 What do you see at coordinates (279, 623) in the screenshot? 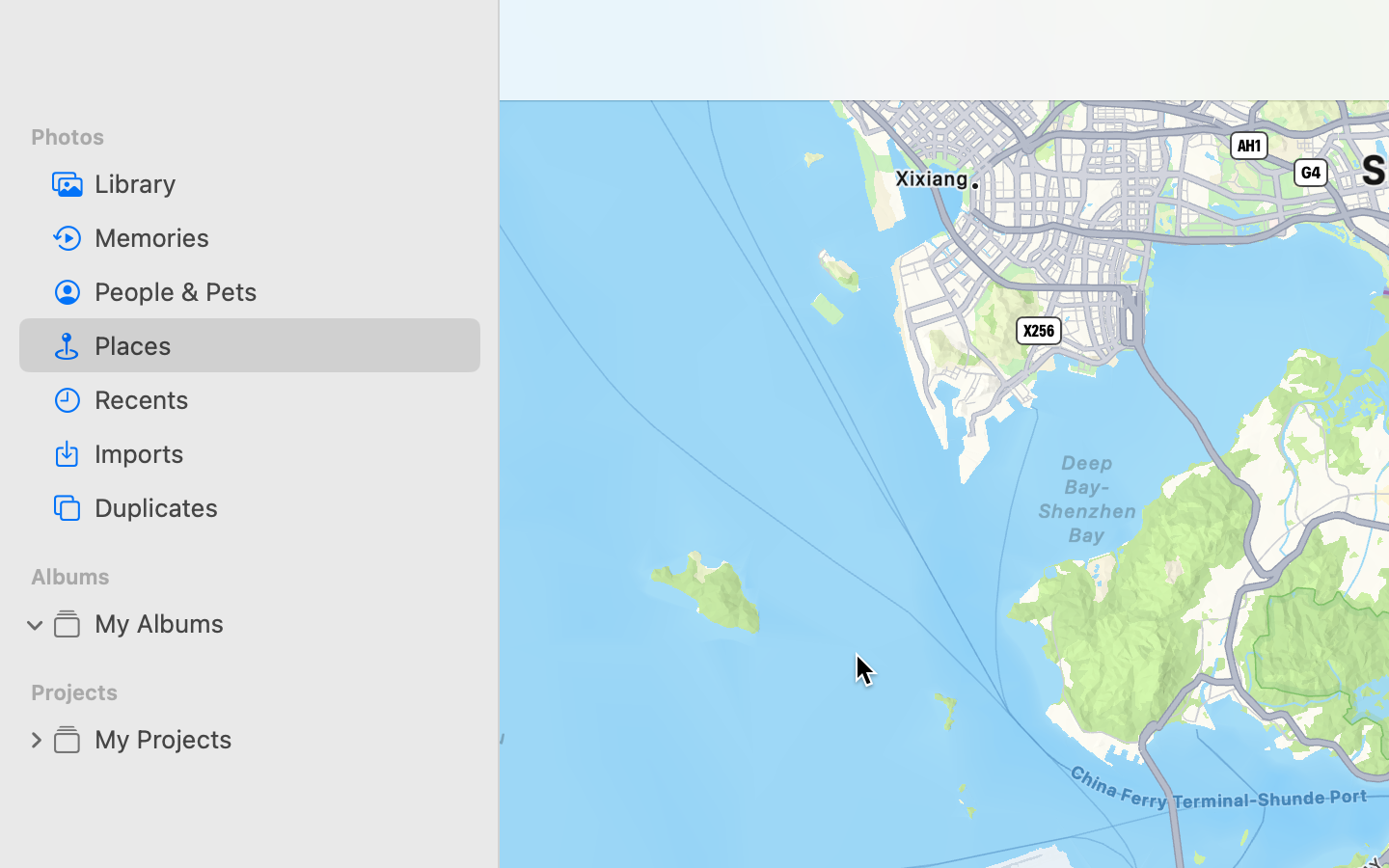
I see `'My Albums'` at bounding box center [279, 623].